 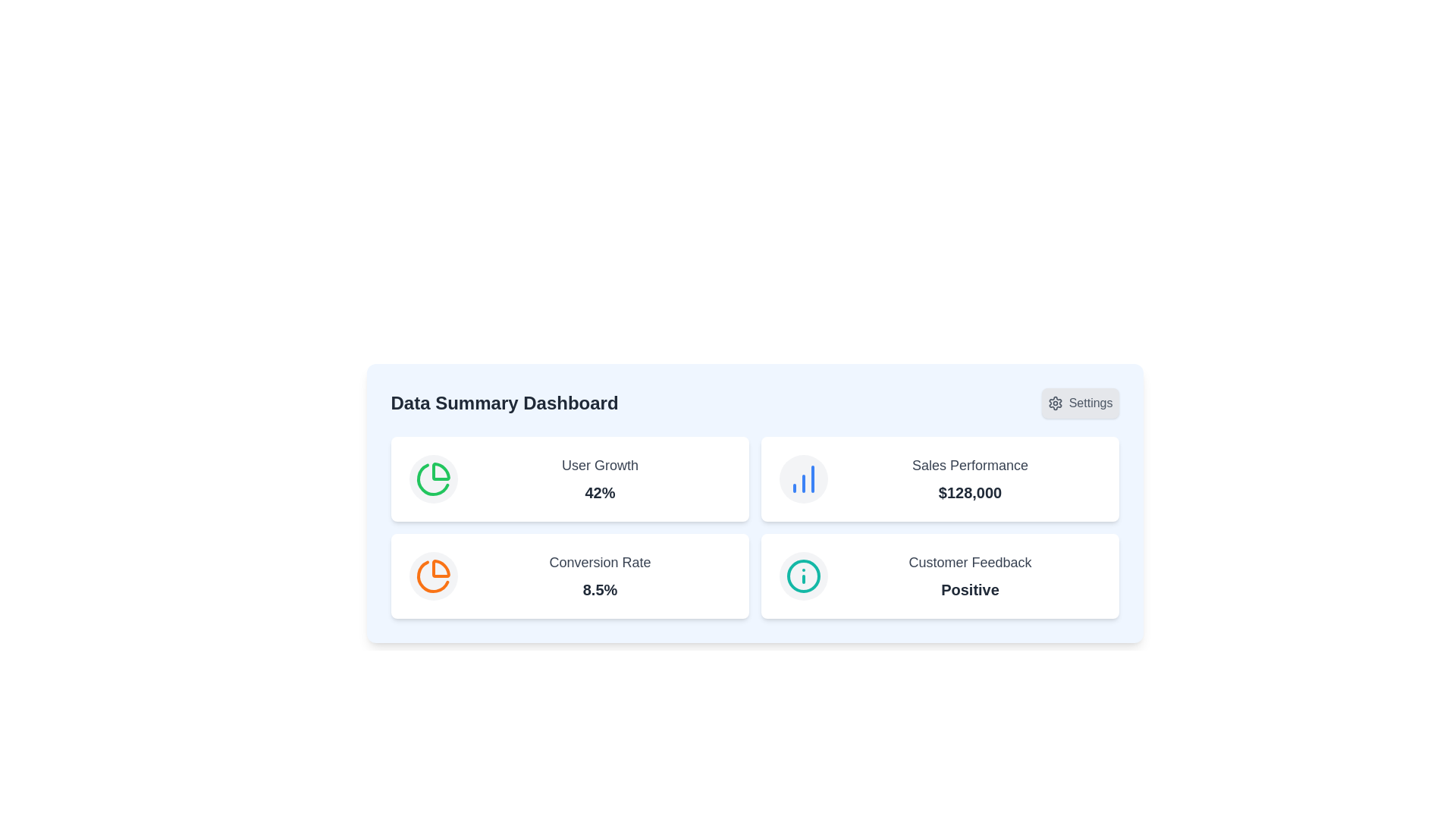 I want to click on the outermost circular component of the 'info' icon, which has a light teal outline and is located in the lower-right segment of the dashboard interface next to 'Customer Feedback' and 'Positive', so click(x=802, y=576).